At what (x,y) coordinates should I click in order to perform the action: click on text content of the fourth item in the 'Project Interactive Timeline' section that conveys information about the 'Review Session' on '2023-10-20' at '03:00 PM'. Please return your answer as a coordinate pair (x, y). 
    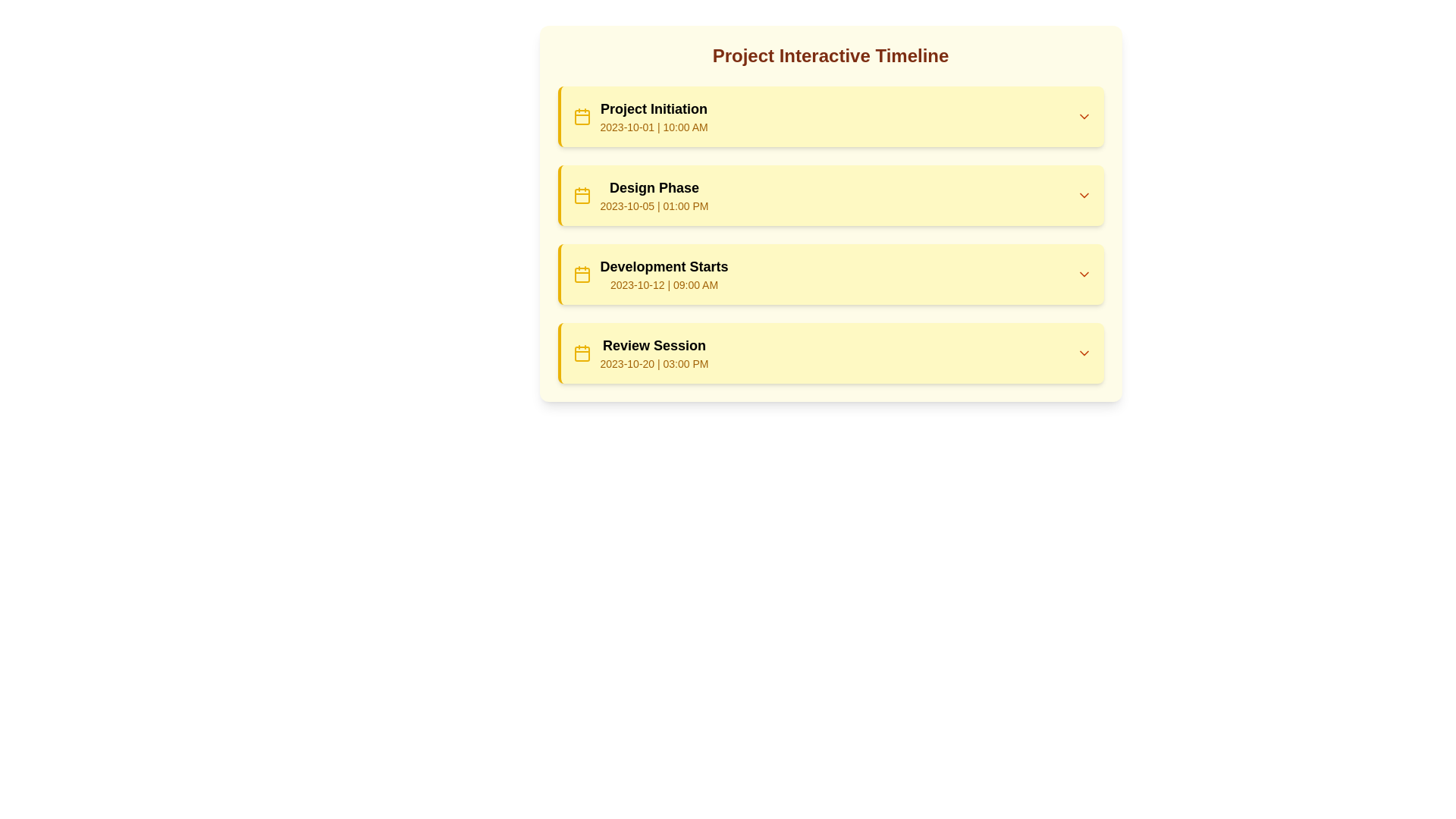
    Looking at the image, I should click on (640, 353).